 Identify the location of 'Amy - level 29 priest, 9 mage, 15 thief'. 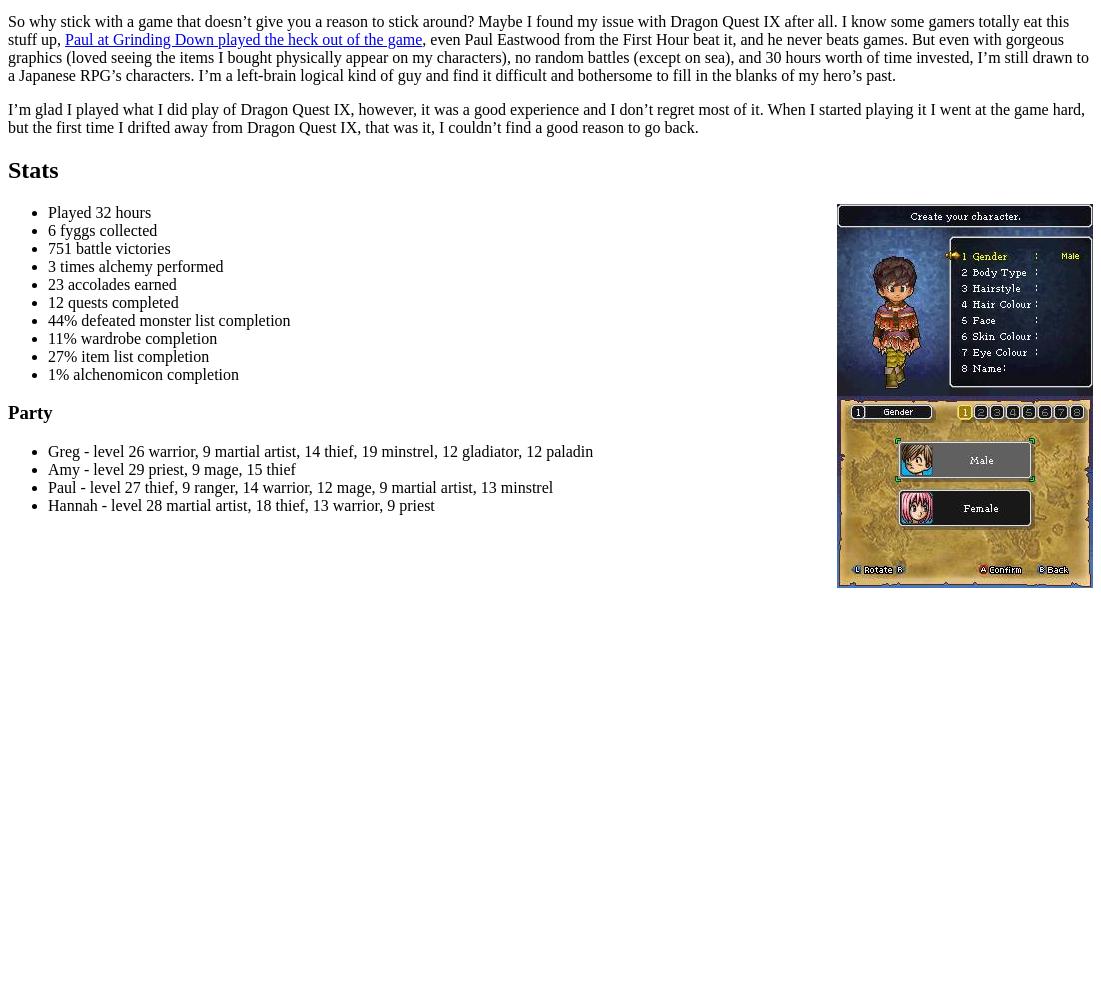
(170, 468).